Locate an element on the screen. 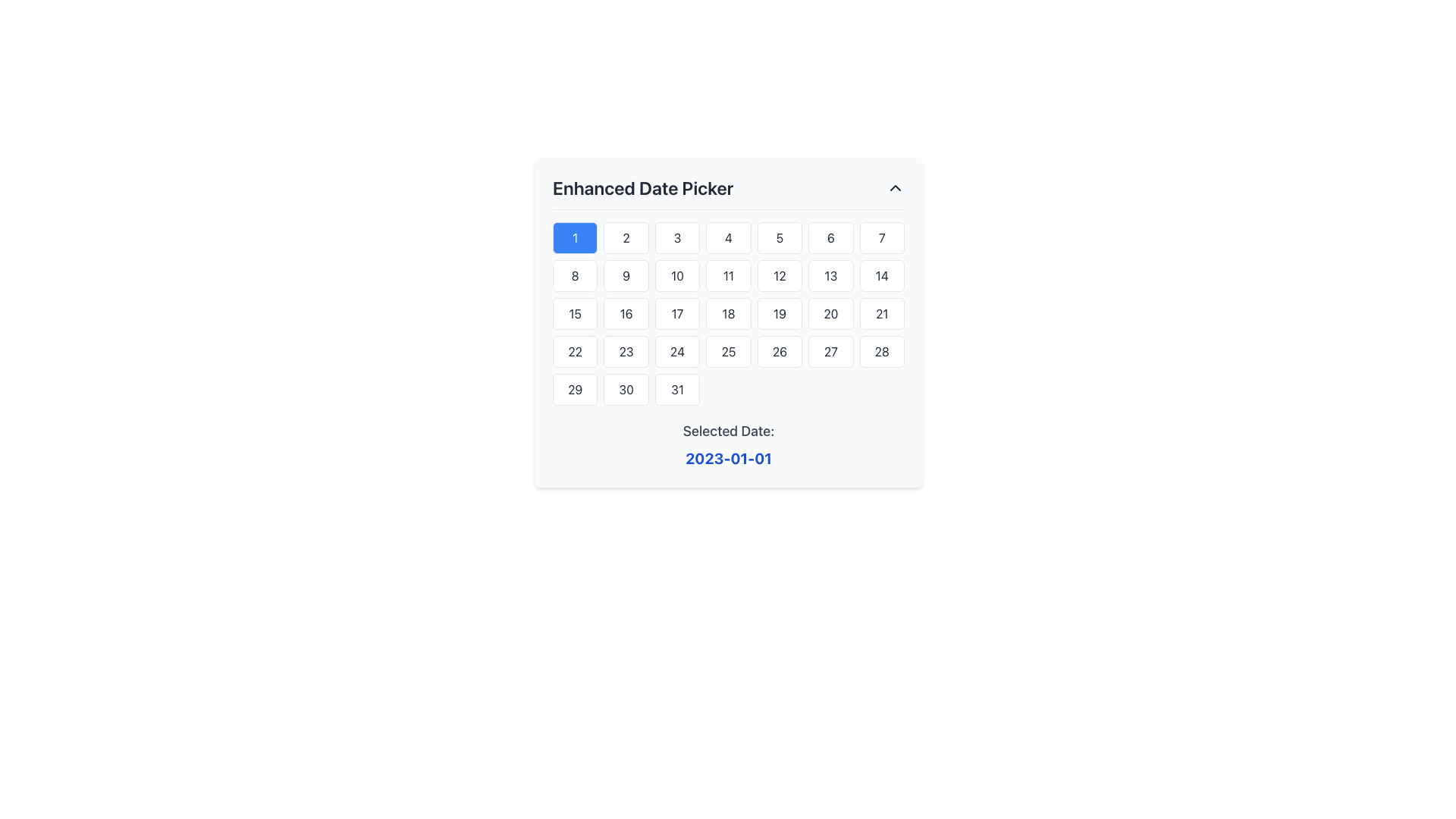 The image size is (1456, 819). the date selection button labeled '5' in the date-picker interface to change its appearance is located at coordinates (780, 237).